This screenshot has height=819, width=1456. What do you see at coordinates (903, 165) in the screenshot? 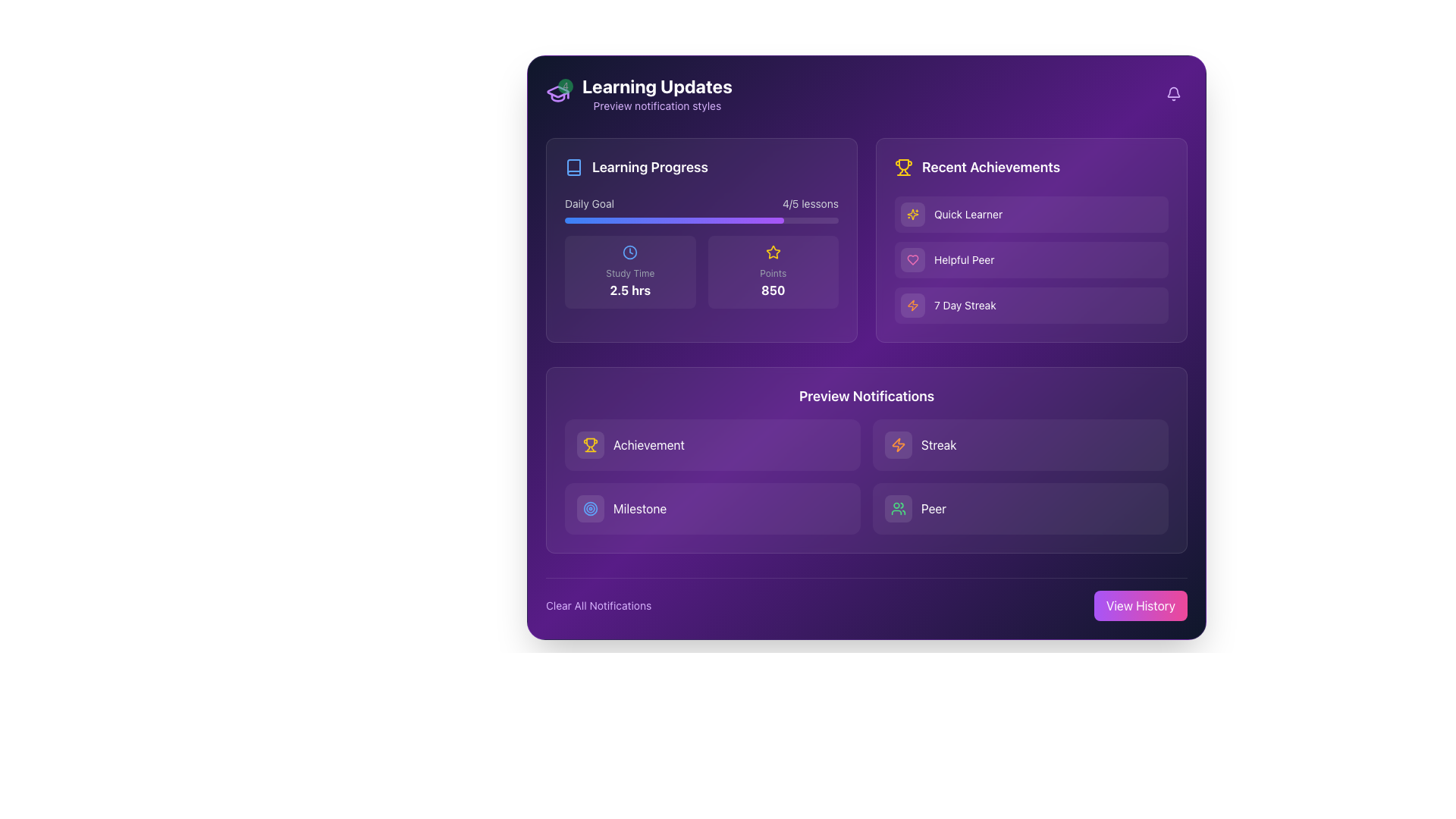
I see `the central bowl portion of the trophy icon in the 'Recent Achievements' section, which visually represents an achievement or award symbol` at bounding box center [903, 165].